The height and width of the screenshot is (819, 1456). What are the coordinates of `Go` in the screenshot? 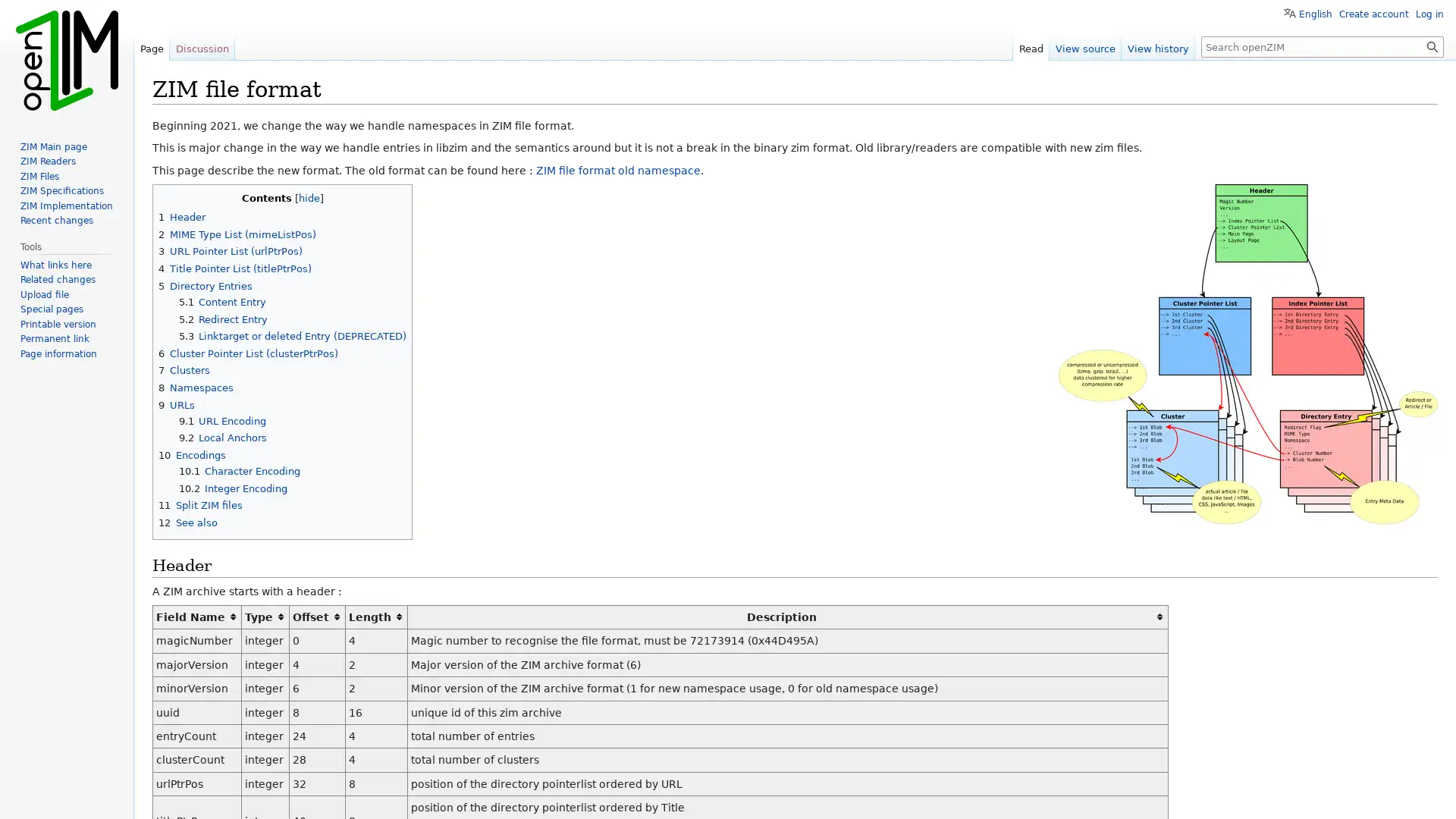 It's located at (1432, 45).